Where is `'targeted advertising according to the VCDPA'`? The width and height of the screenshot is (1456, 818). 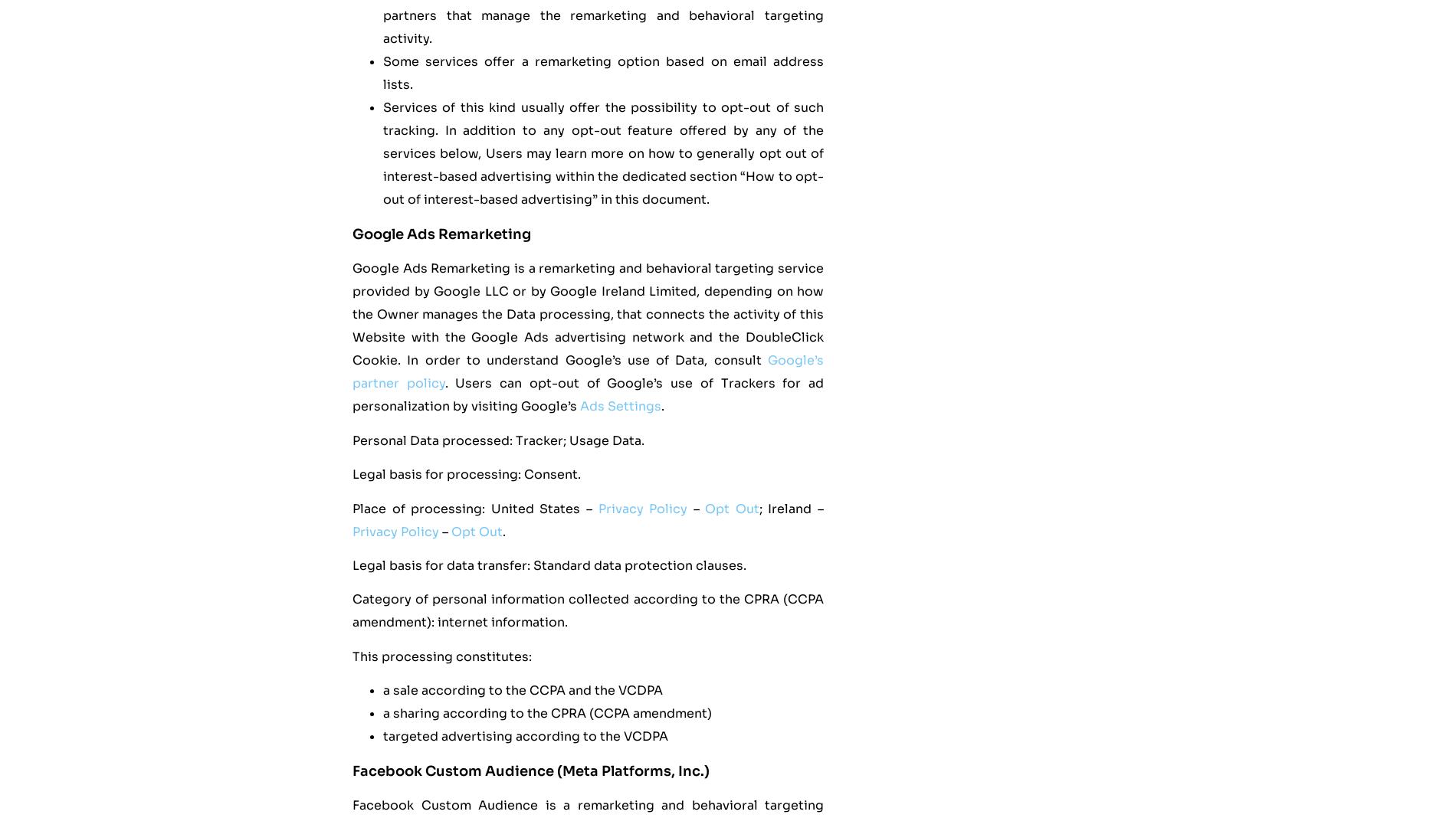
'targeted advertising according to the VCDPA' is located at coordinates (526, 736).